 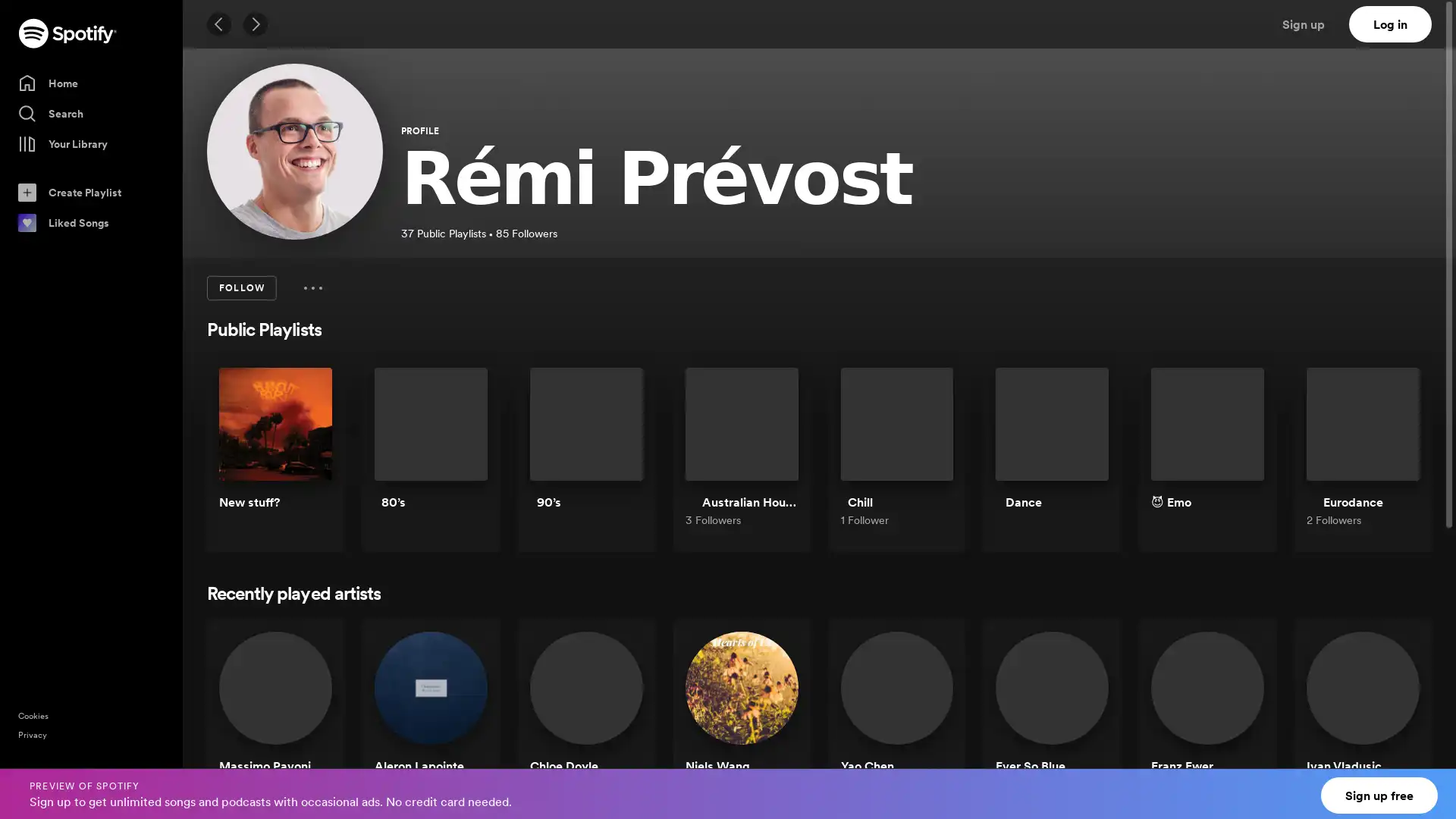 What do you see at coordinates (1390, 24) in the screenshot?
I see `Log in` at bounding box center [1390, 24].